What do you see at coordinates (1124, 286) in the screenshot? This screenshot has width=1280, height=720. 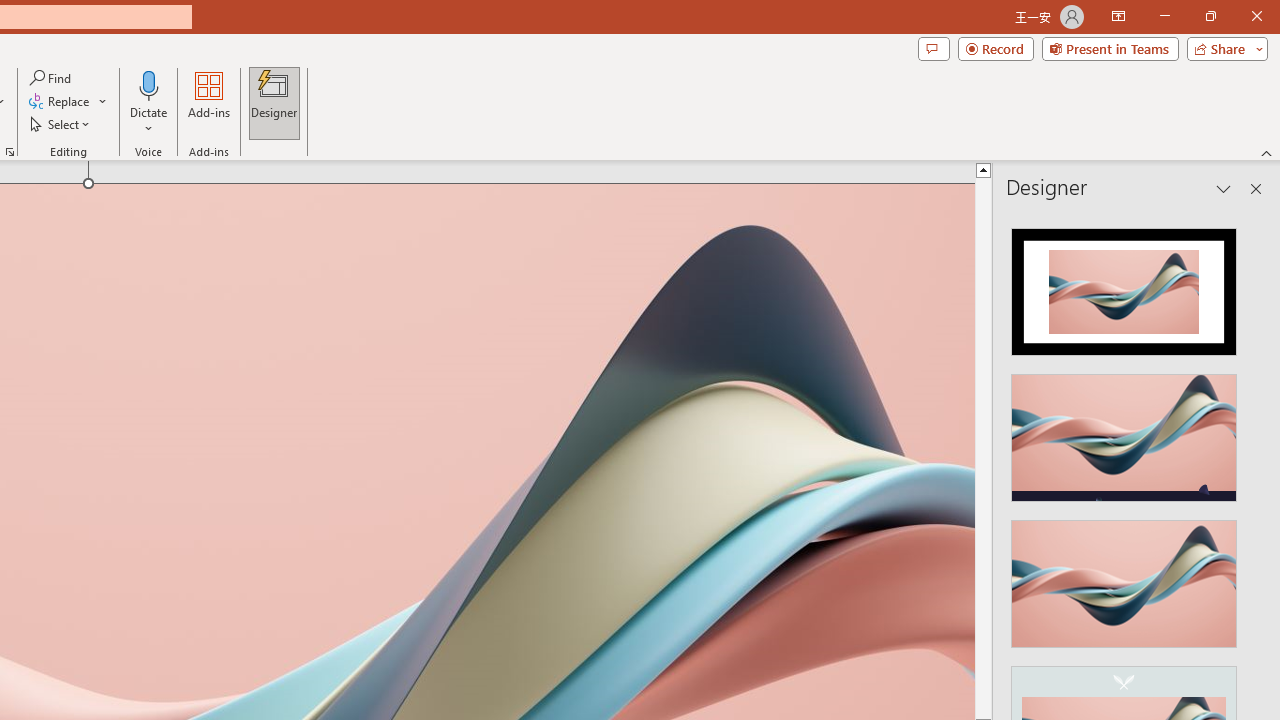 I see `'Recommended Design: Design Idea'` at bounding box center [1124, 286].